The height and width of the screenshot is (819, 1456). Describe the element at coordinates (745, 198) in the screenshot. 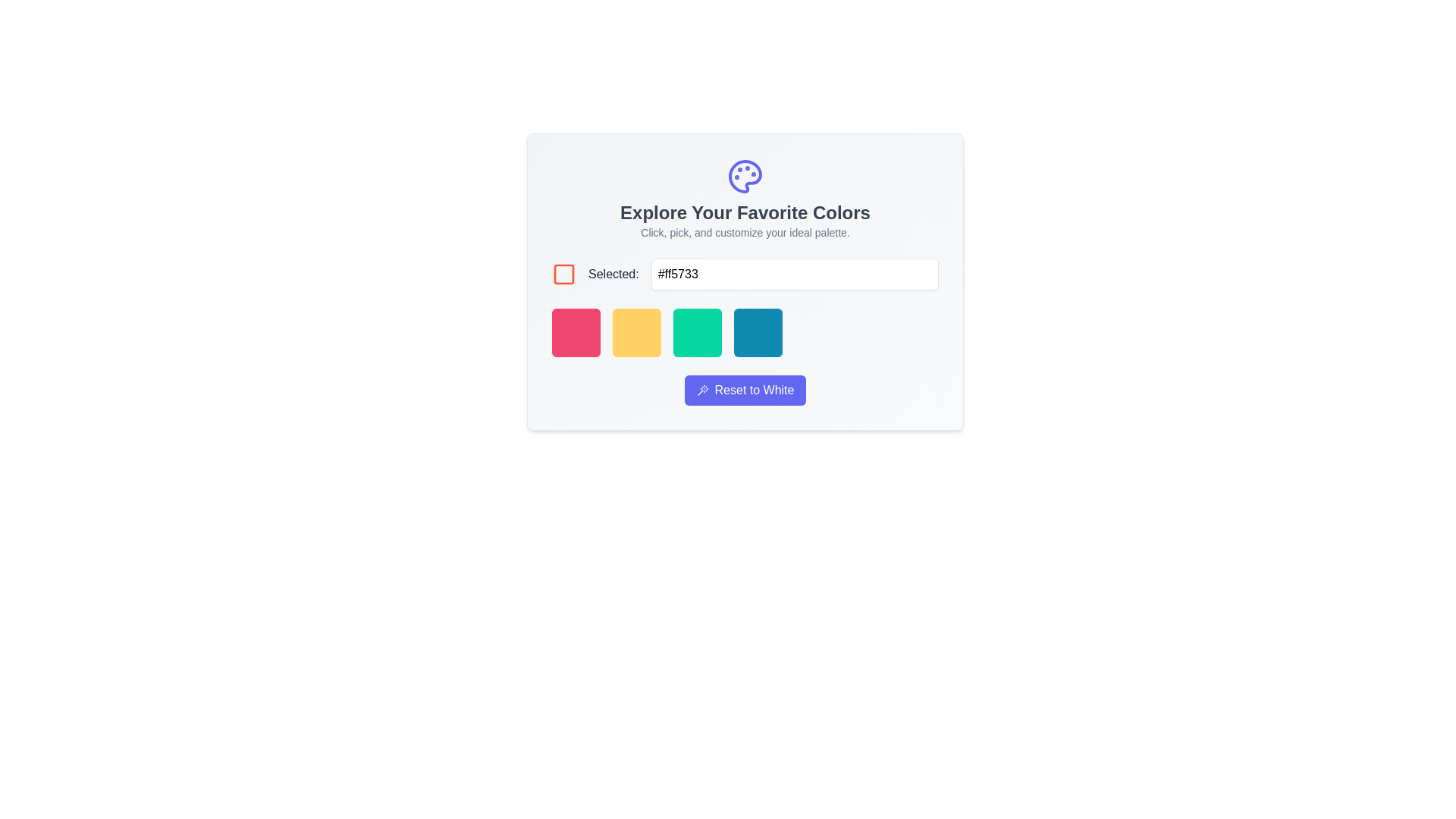

I see `the Informational Banner featuring the colorful palette icon and the text 'Explore Your Favorite Colors' and 'Click, pick, and customize your ideal palette.'` at that location.